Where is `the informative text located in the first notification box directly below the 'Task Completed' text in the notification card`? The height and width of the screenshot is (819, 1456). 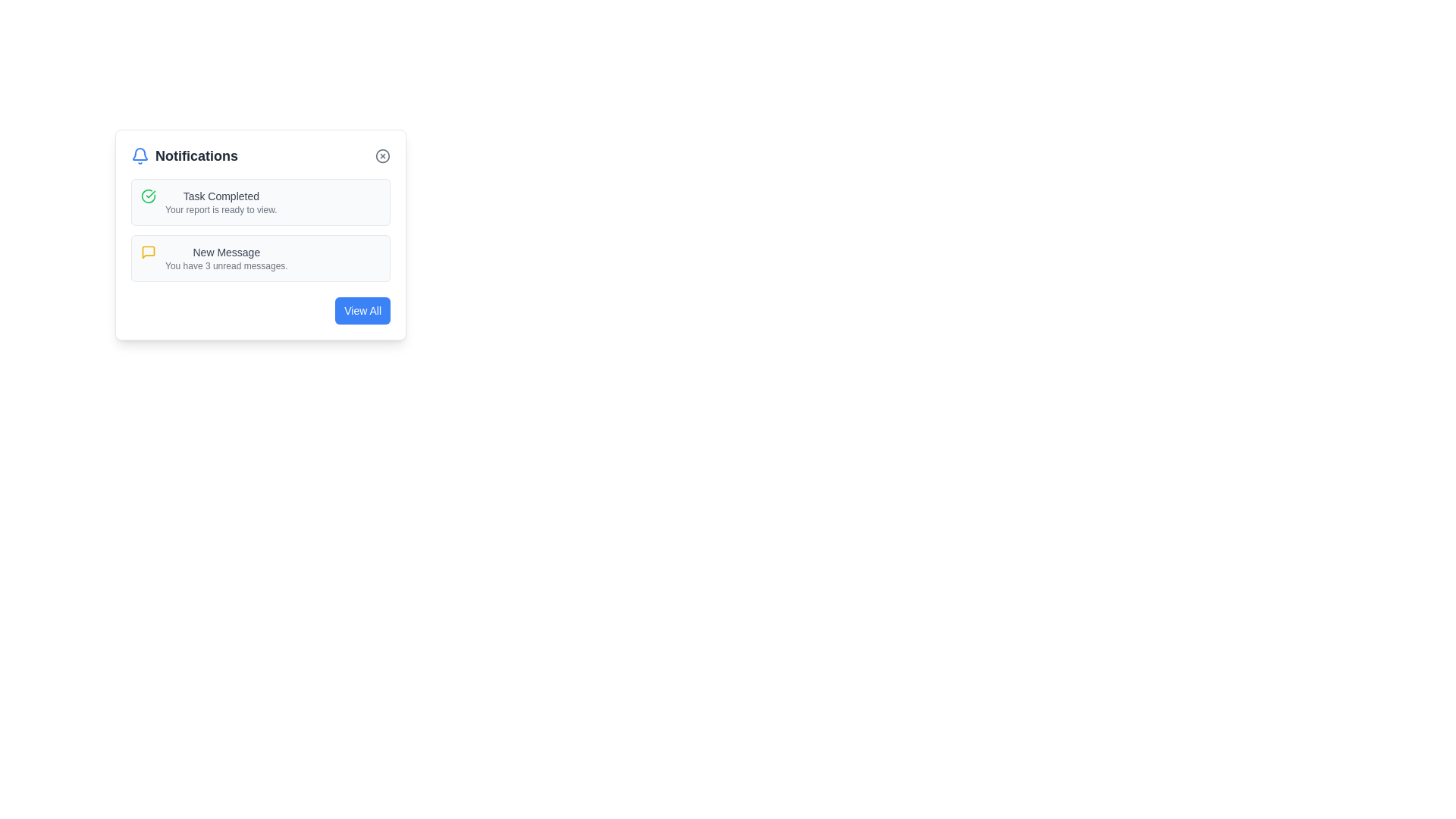
the informative text located in the first notification box directly below the 'Task Completed' text in the notification card is located at coordinates (220, 210).